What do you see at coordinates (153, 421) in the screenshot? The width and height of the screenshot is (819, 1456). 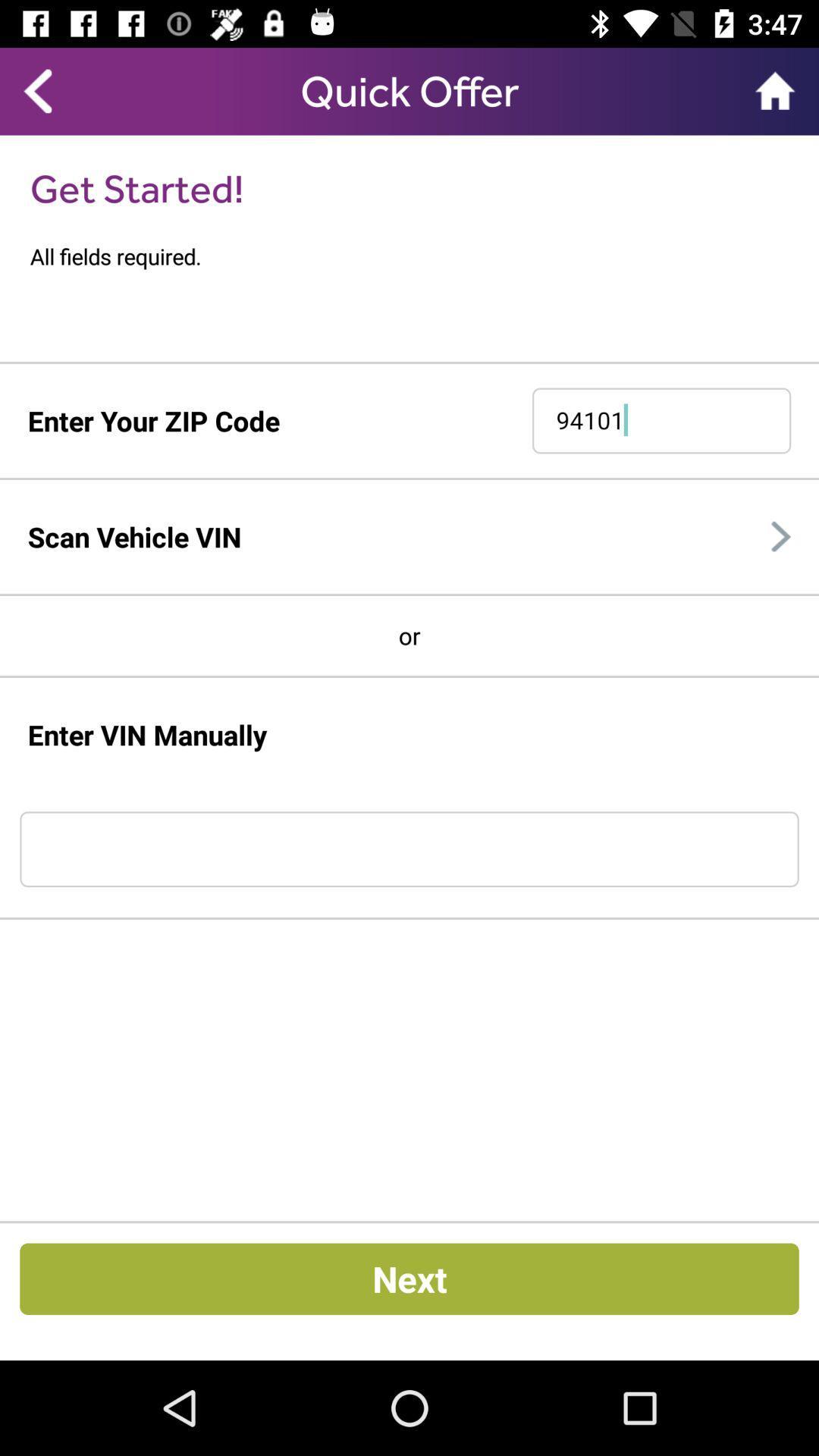 I see `enter your zip item` at bounding box center [153, 421].